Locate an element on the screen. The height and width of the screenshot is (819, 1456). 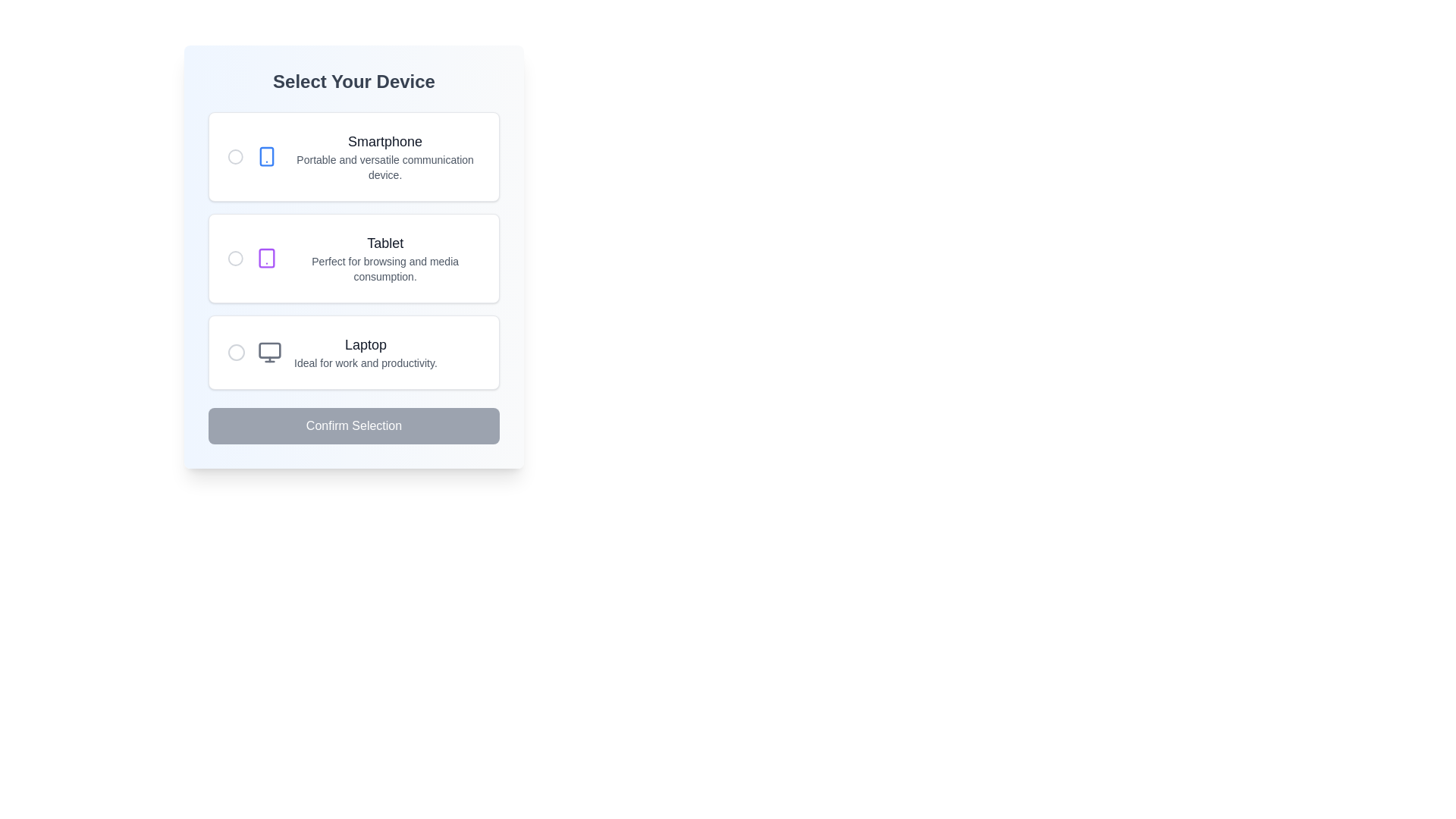
the interactive radio button for the 'Smartphone' option, which is positioned to the left of the text header and icon within the first selectable card is located at coordinates (234, 157).